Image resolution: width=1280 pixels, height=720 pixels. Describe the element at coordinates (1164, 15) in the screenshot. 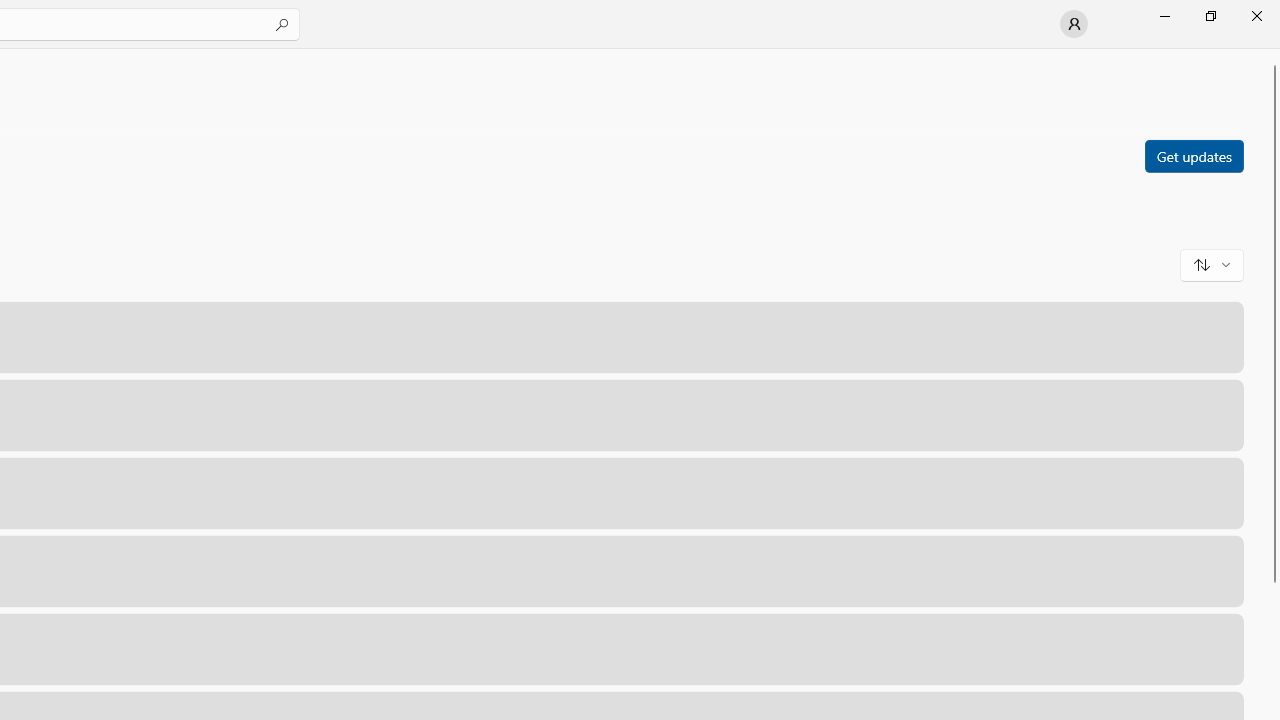

I see `'Minimize Microsoft Store'` at that location.